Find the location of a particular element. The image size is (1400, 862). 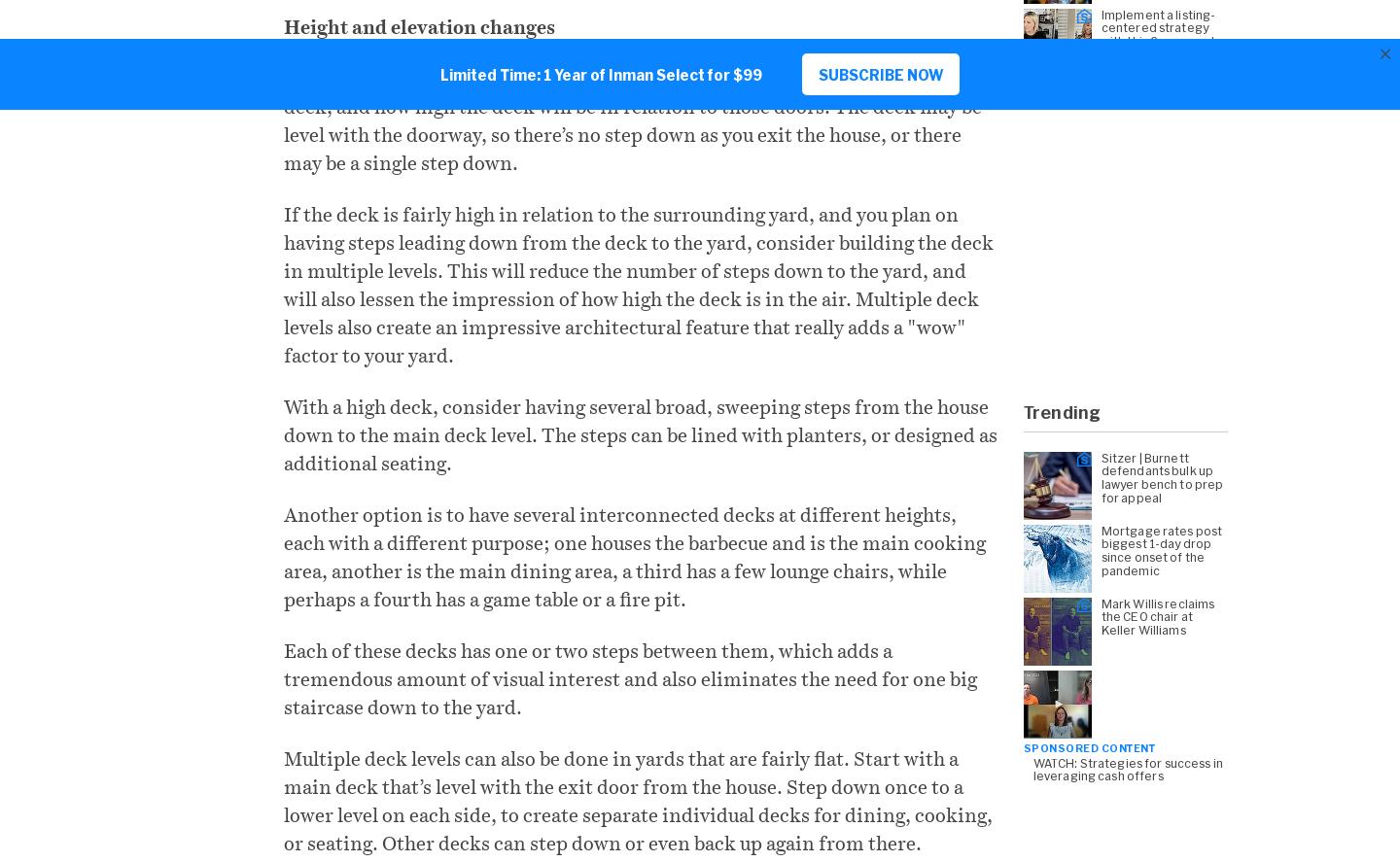

'With a high deck, consider having several broad, sweeping steps from the house down to the main deck level. The steps can be lined with planters, or designed as additional seating.' is located at coordinates (639, 434).